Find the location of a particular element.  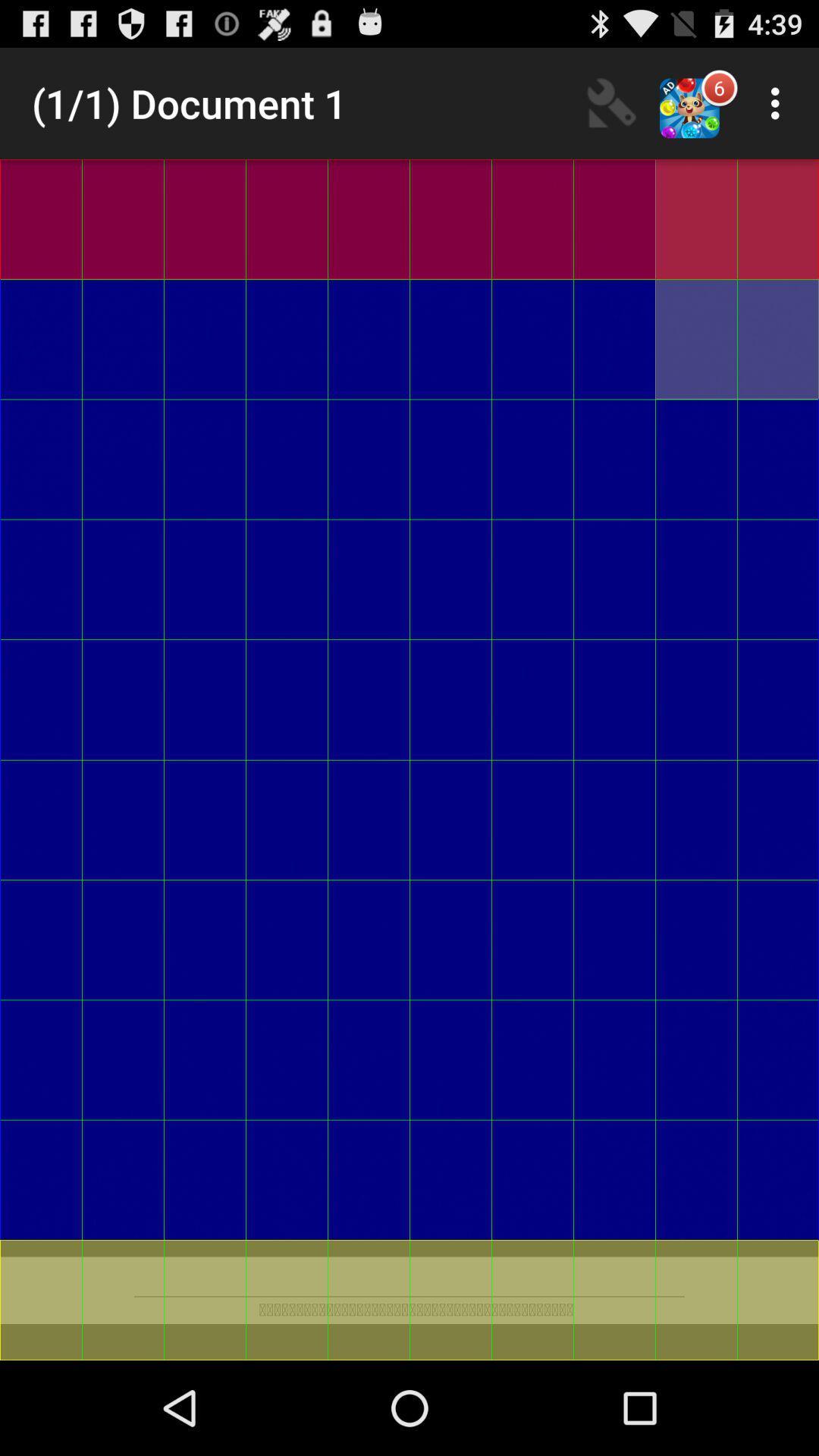

item to the right of 1 1 document item is located at coordinates (610, 102).